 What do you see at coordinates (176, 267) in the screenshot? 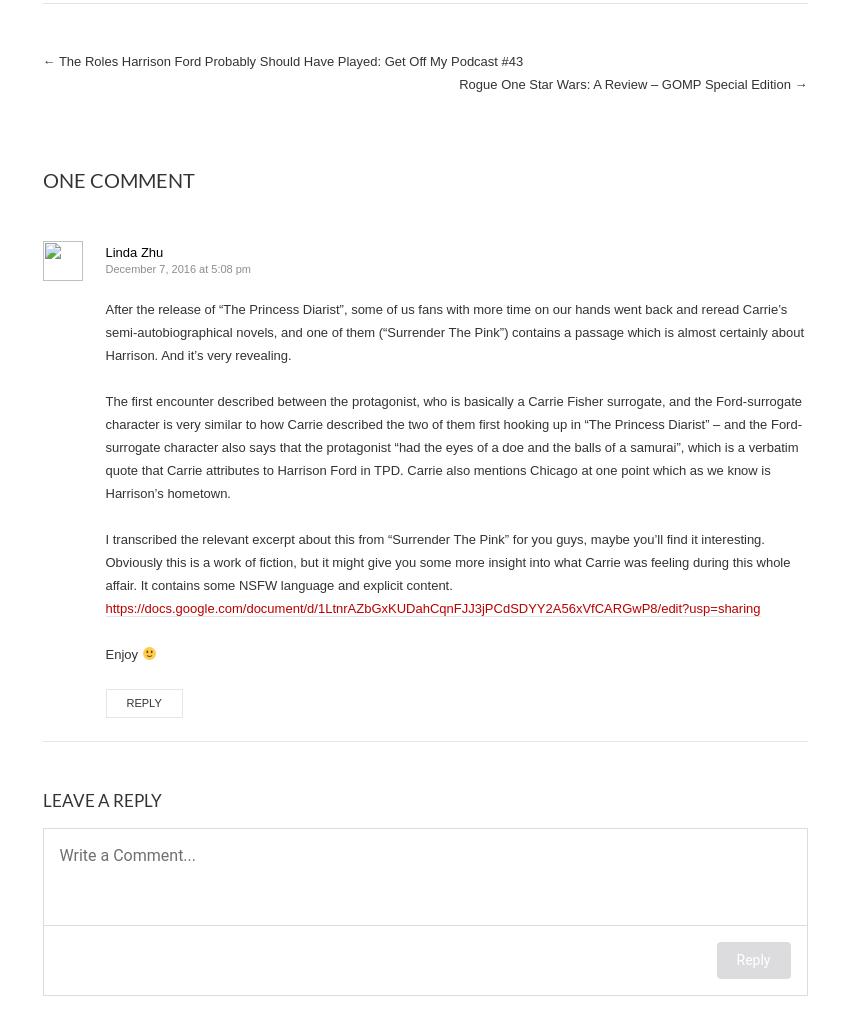
I see `'December 7, 2016 at 5:08 pm'` at bounding box center [176, 267].